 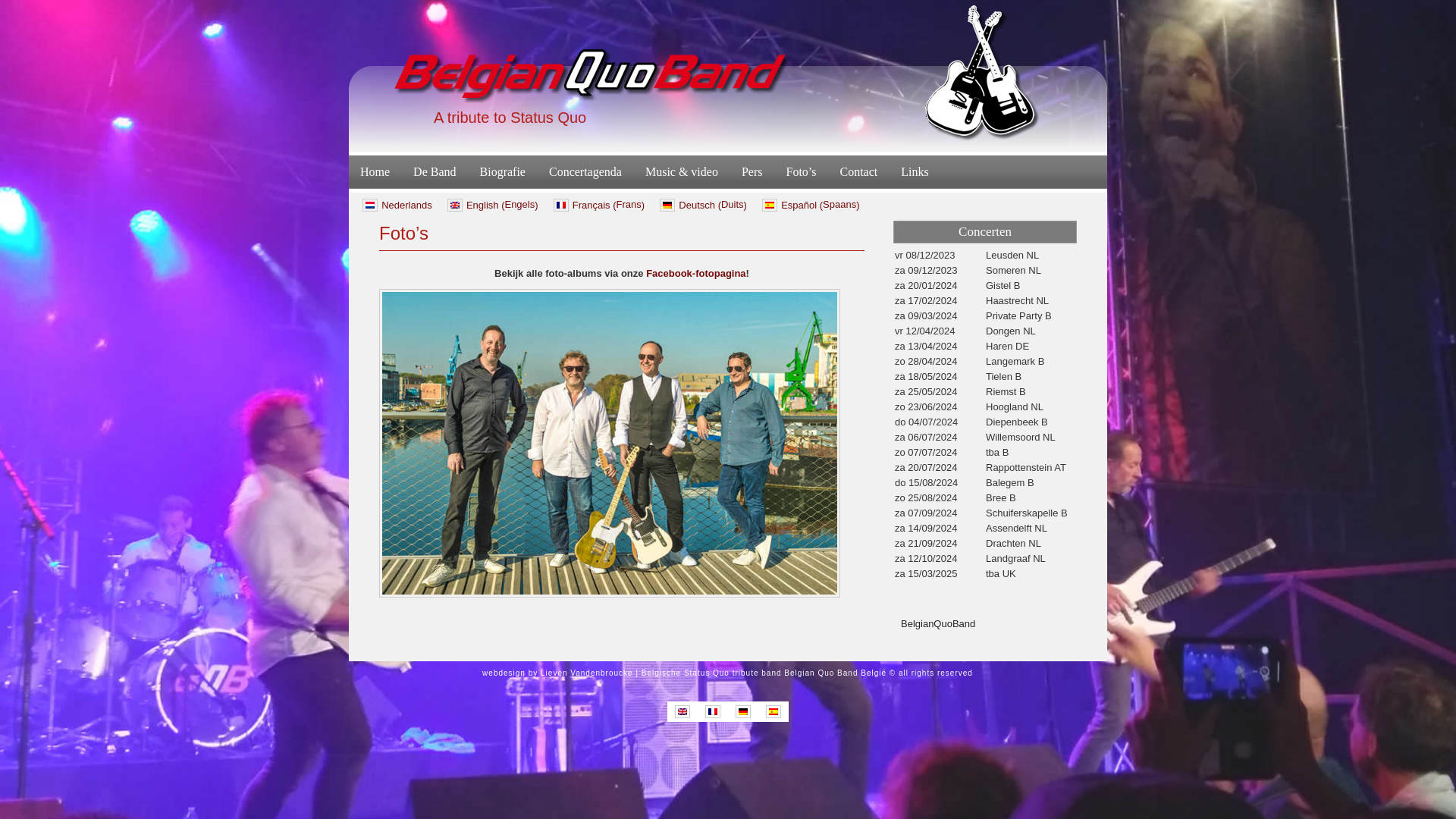 What do you see at coordinates (585, 171) in the screenshot?
I see `'Concertagenda'` at bounding box center [585, 171].